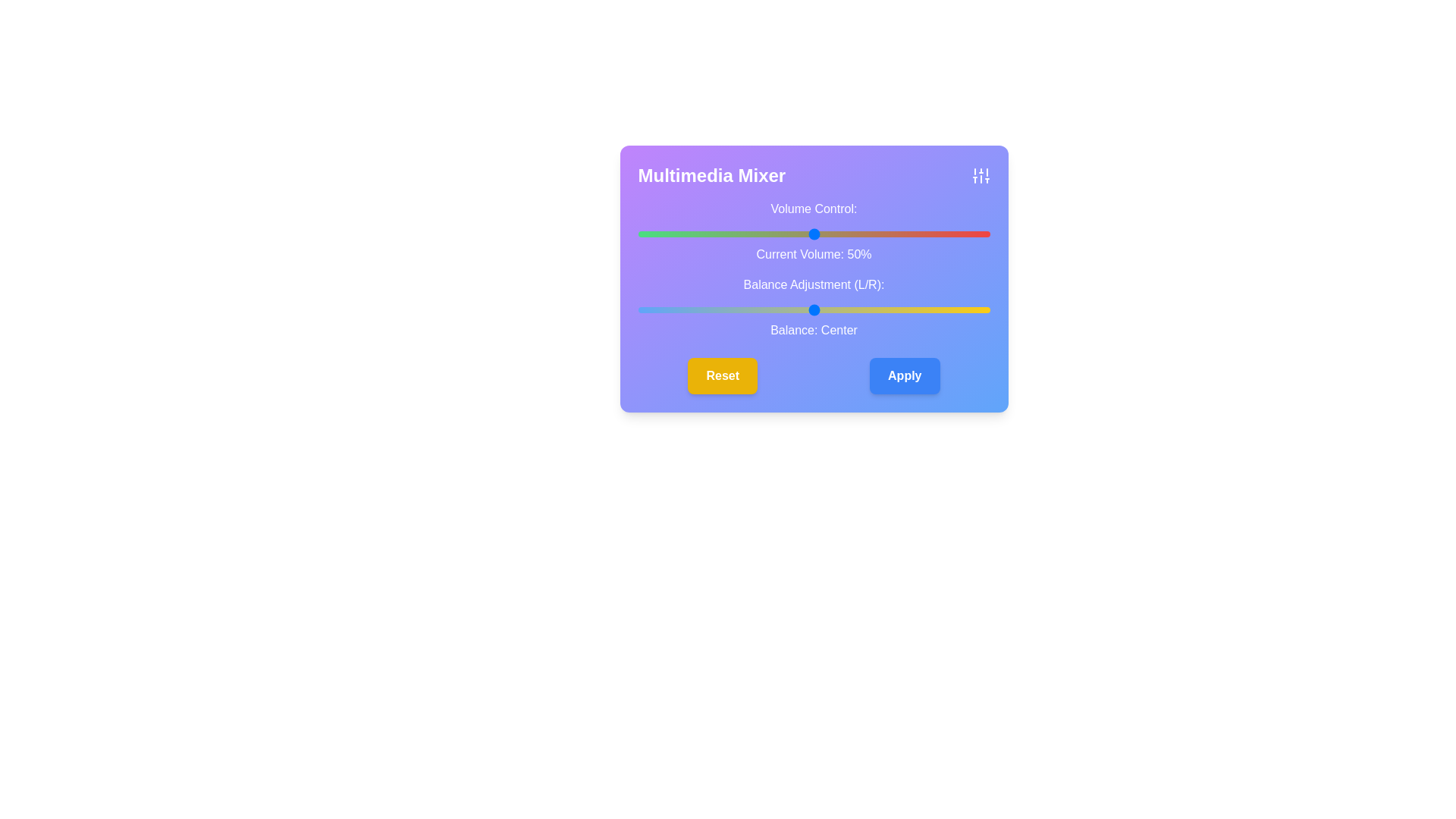 The height and width of the screenshot is (819, 1456). I want to click on the 'Reset' button to reset all settings to their default values, so click(722, 375).